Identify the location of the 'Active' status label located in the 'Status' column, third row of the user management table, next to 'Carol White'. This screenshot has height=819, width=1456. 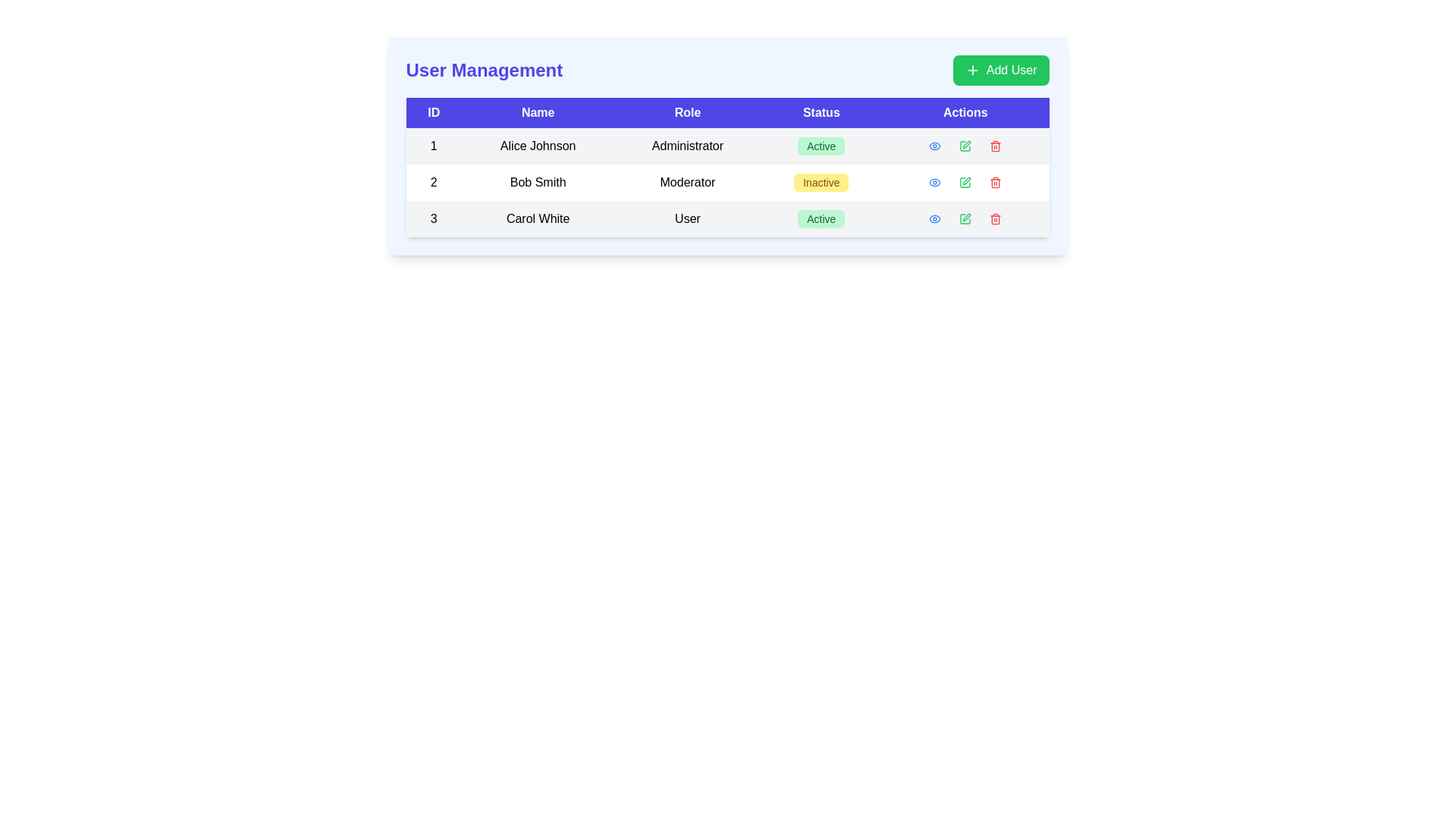
(821, 219).